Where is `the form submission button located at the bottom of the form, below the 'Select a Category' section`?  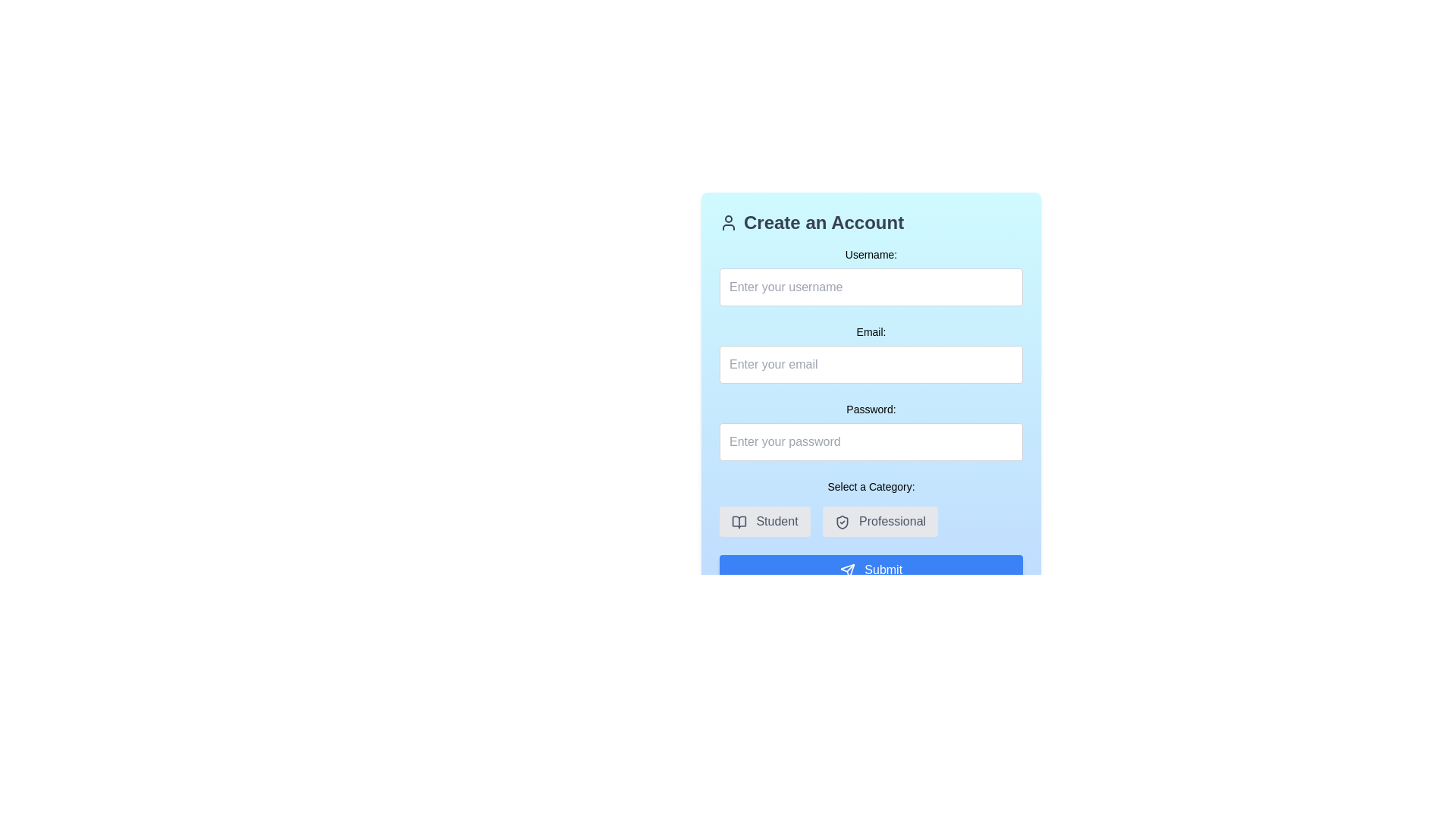
the form submission button located at the bottom of the form, below the 'Select a Category' section is located at coordinates (871, 570).